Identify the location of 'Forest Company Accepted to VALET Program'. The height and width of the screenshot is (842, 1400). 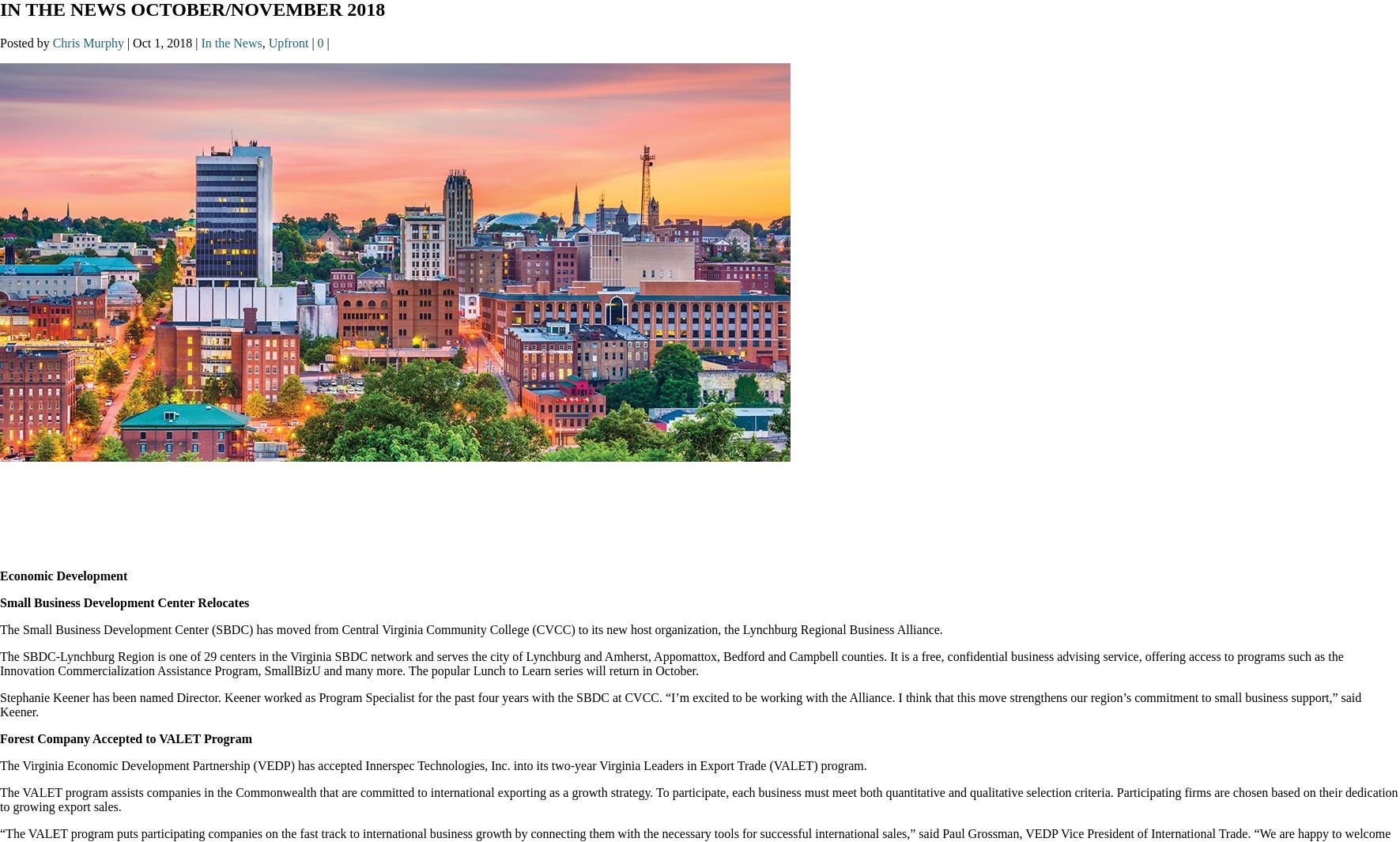
(126, 738).